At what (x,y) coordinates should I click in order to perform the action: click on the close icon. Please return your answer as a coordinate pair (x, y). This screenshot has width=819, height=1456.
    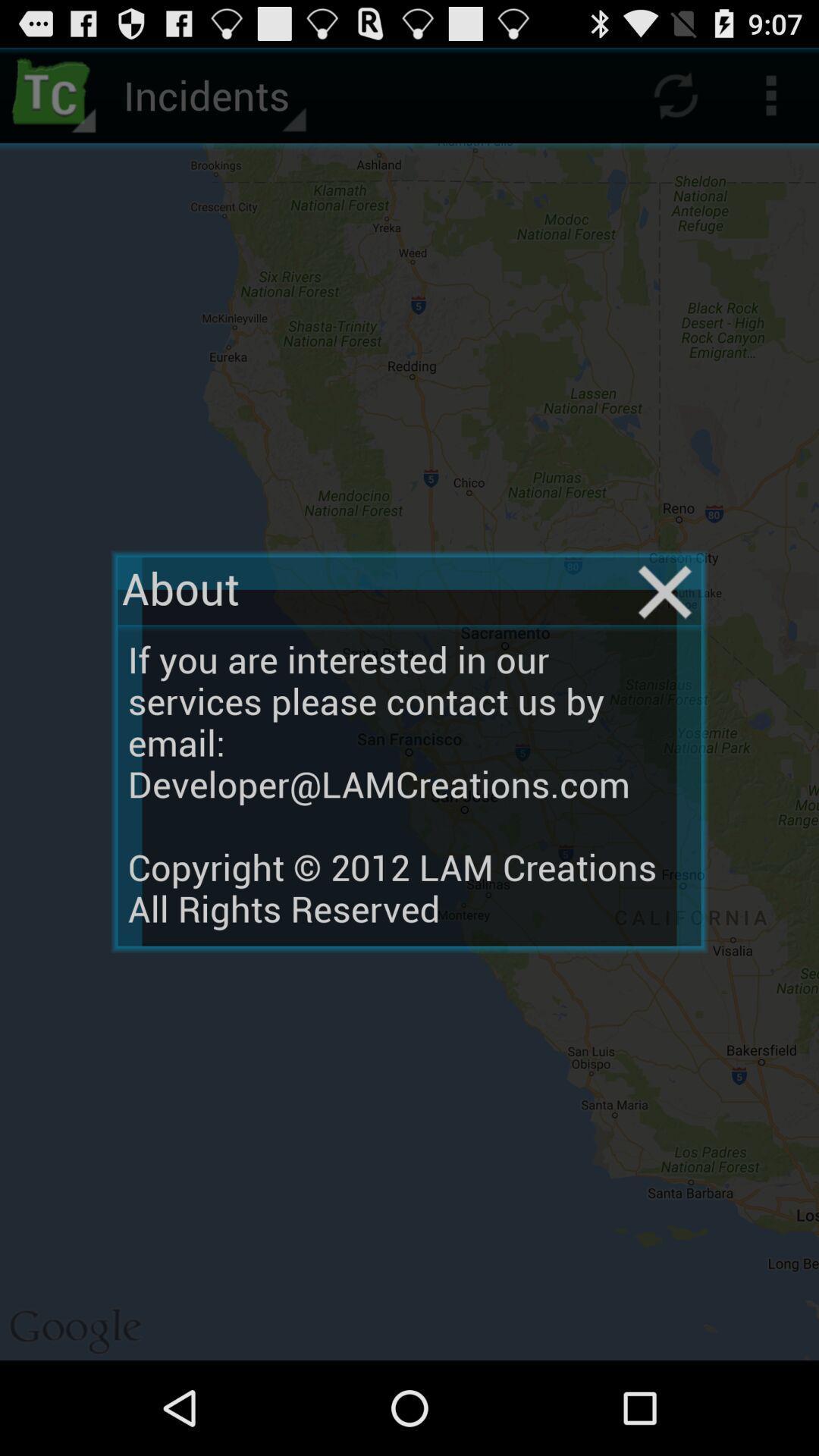
    Looking at the image, I should click on (664, 633).